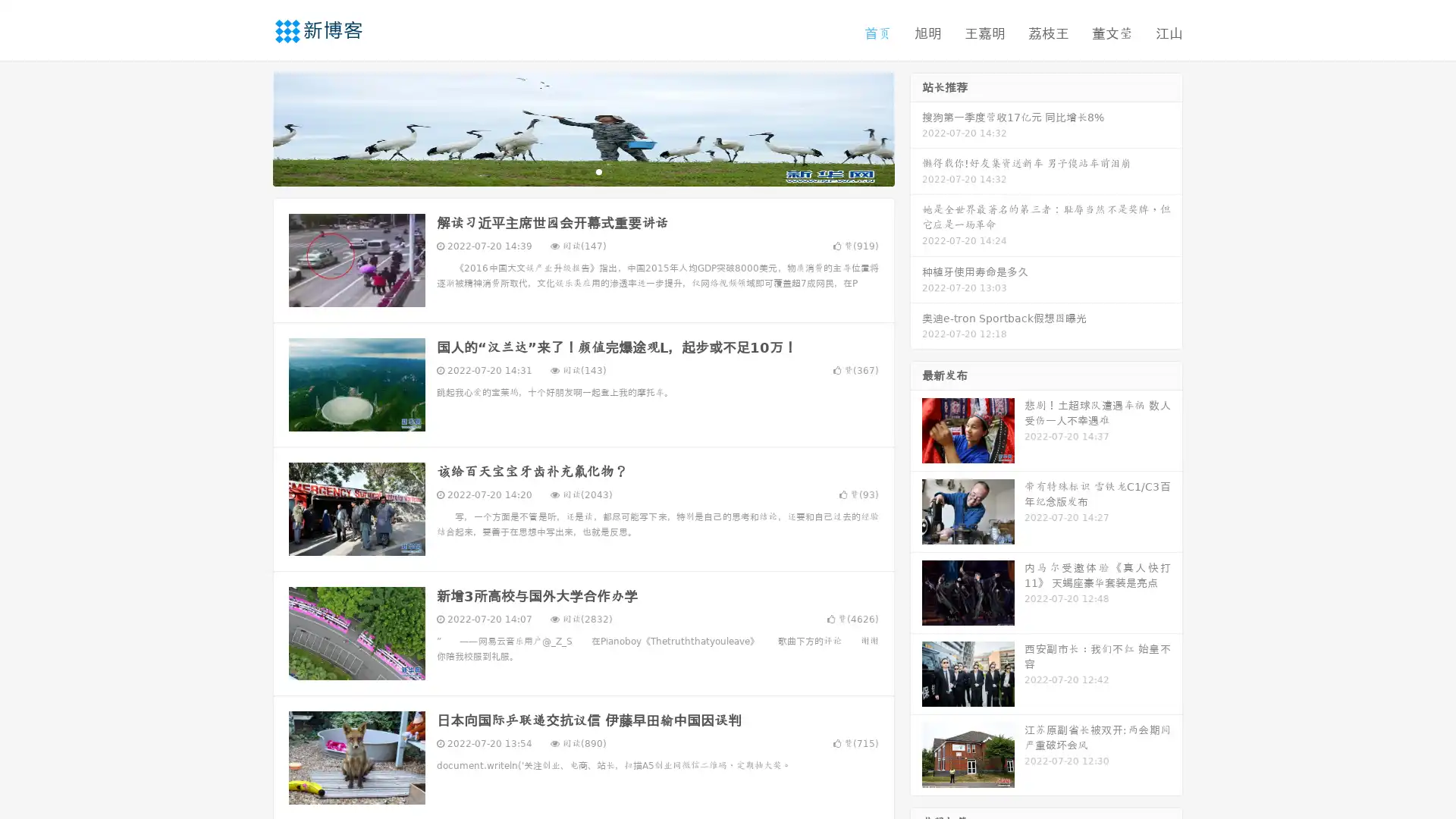 This screenshot has height=819, width=1456. I want to click on Previous slide, so click(250, 127).